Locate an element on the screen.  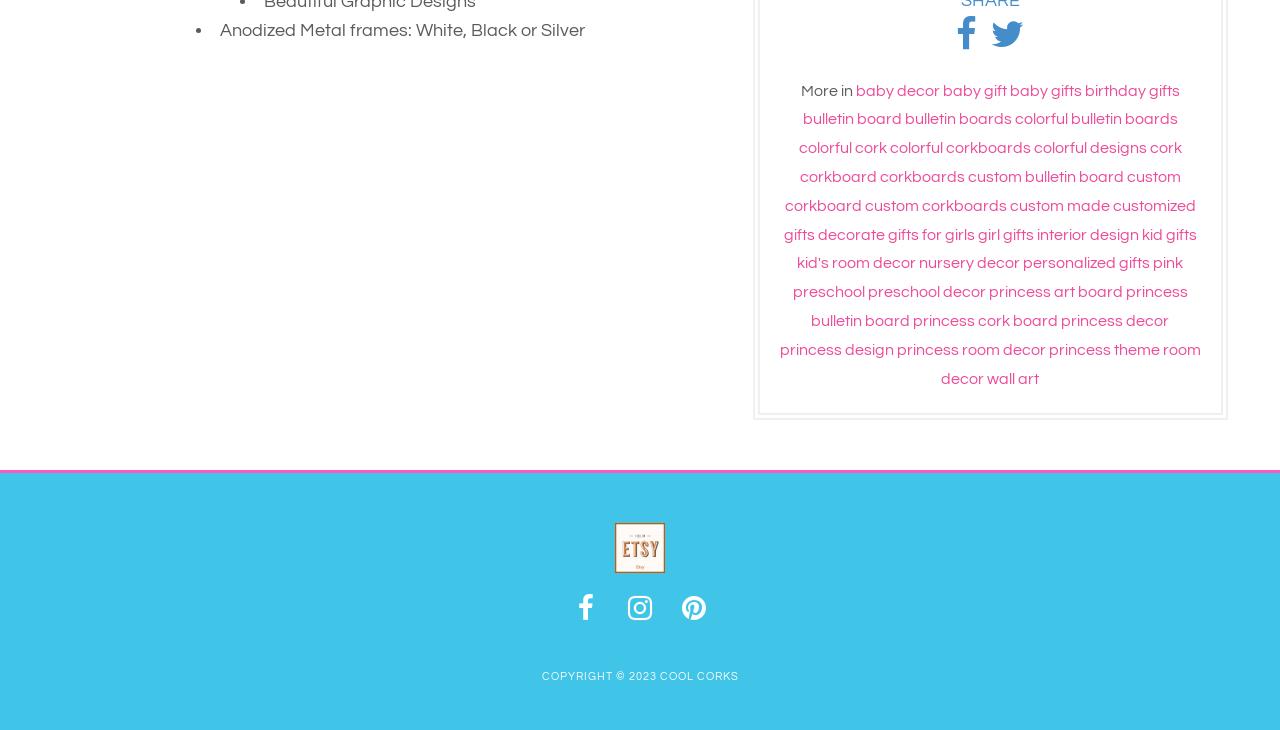
'Cool Corks' is located at coordinates (698, 676).